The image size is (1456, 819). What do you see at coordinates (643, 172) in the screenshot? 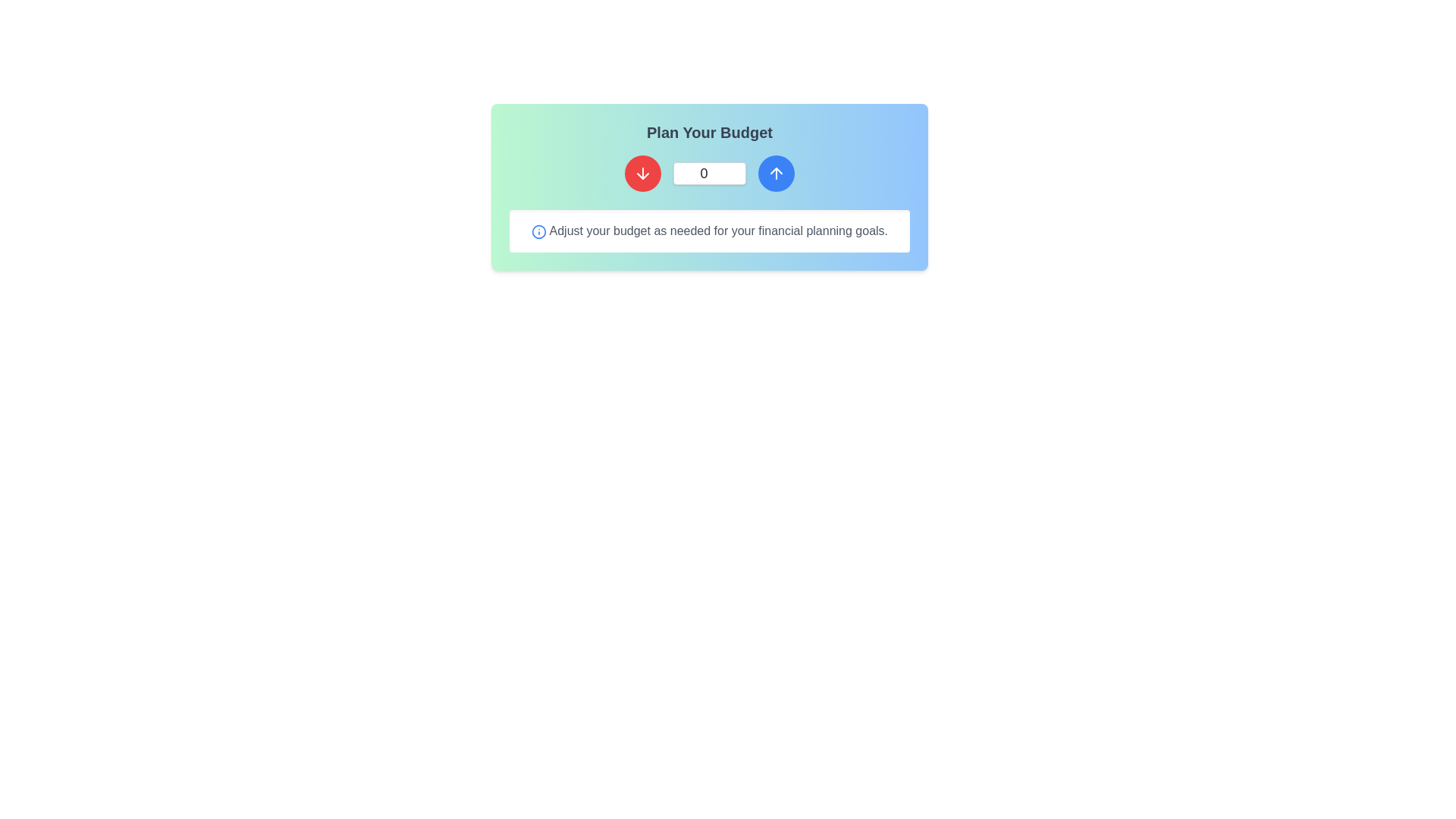
I see `the circular red button with a white downward arrow to activate its hover effect` at bounding box center [643, 172].